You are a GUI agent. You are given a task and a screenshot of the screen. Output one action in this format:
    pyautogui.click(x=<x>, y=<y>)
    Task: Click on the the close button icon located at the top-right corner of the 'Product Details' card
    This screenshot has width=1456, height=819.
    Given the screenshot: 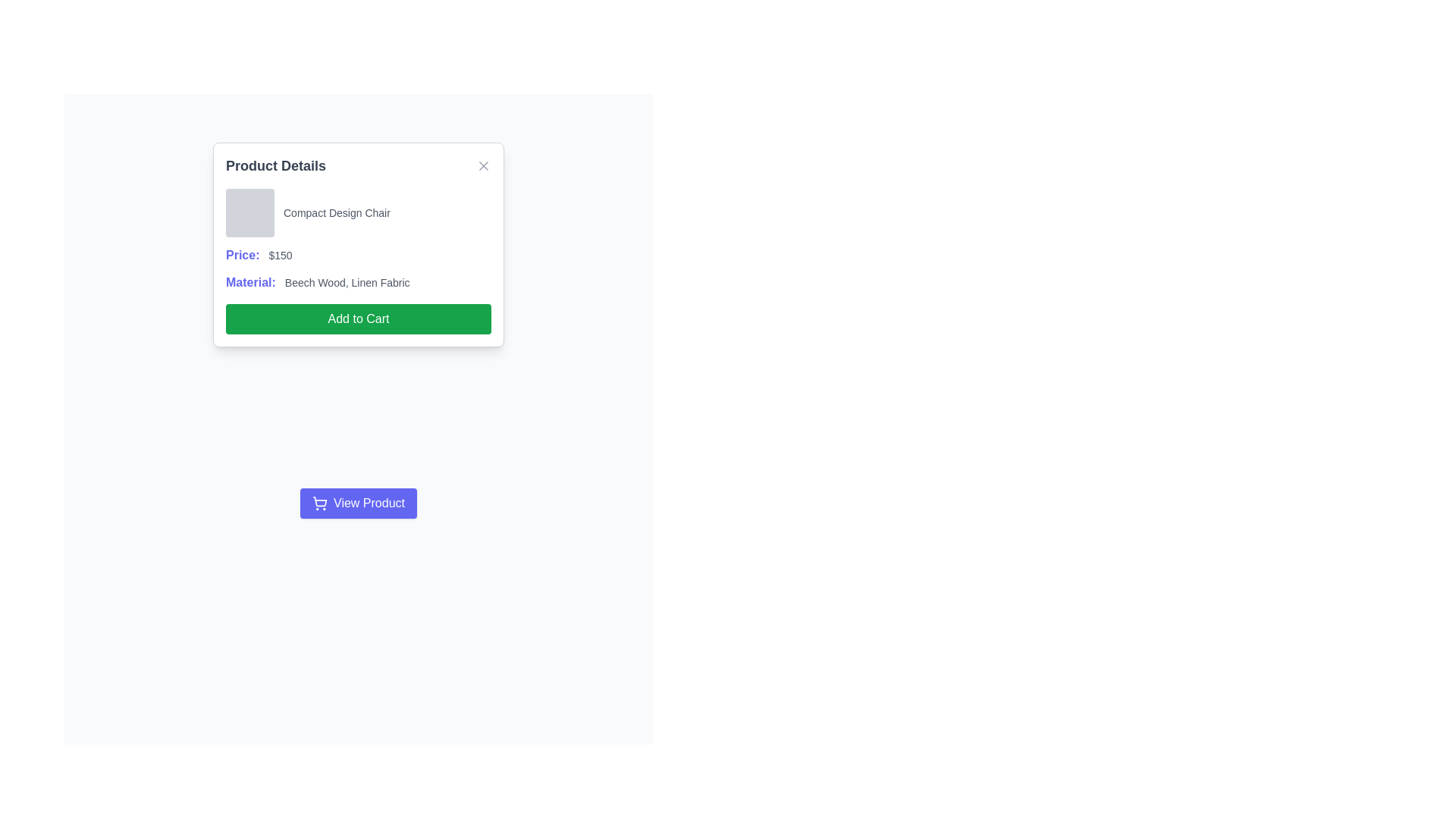 What is the action you would take?
    pyautogui.click(x=483, y=166)
    